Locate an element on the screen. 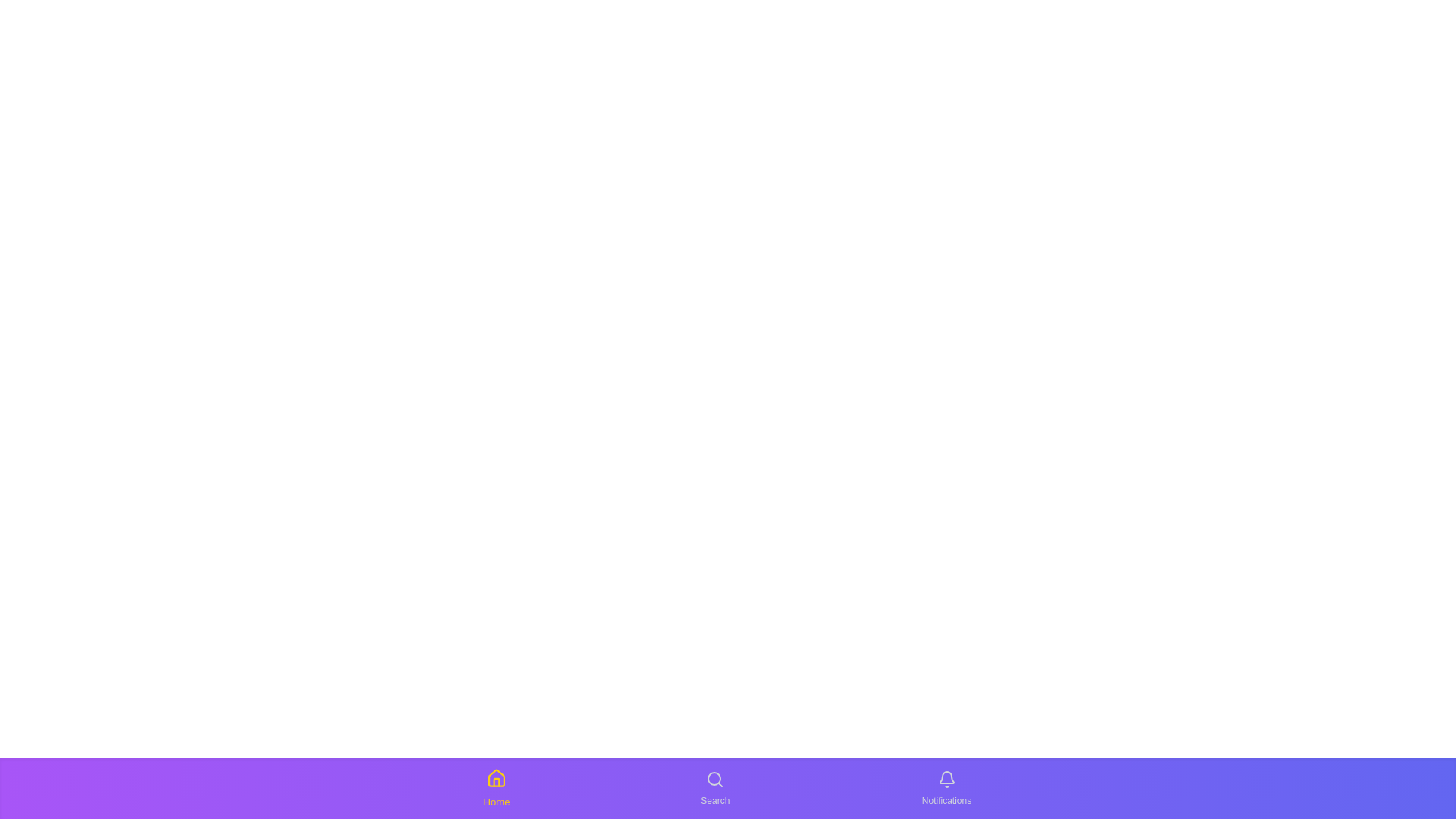  the Notifications icon is located at coordinates (946, 788).